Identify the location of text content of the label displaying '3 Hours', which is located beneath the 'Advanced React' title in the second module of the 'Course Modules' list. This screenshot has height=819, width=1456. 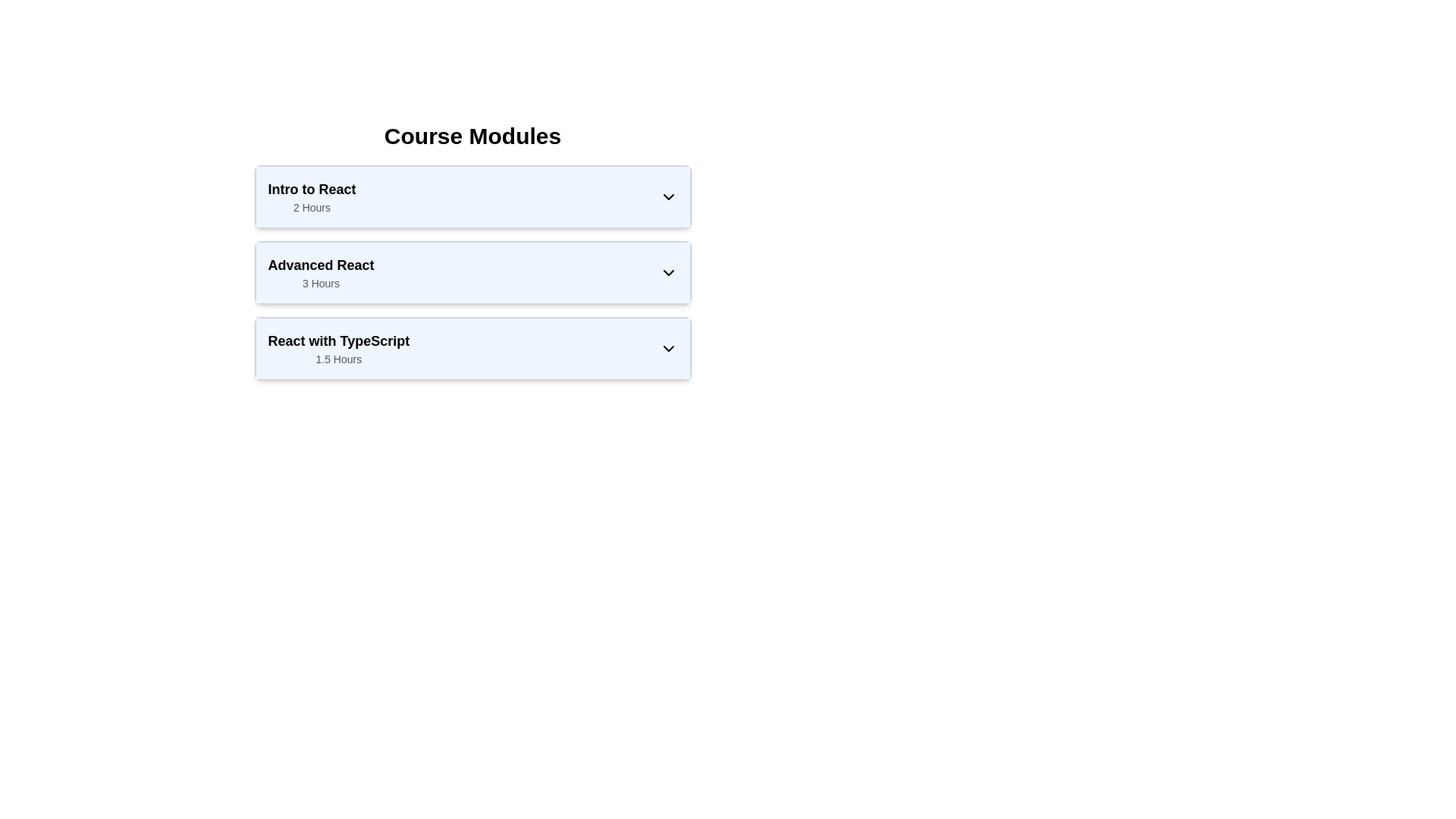
(320, 284).